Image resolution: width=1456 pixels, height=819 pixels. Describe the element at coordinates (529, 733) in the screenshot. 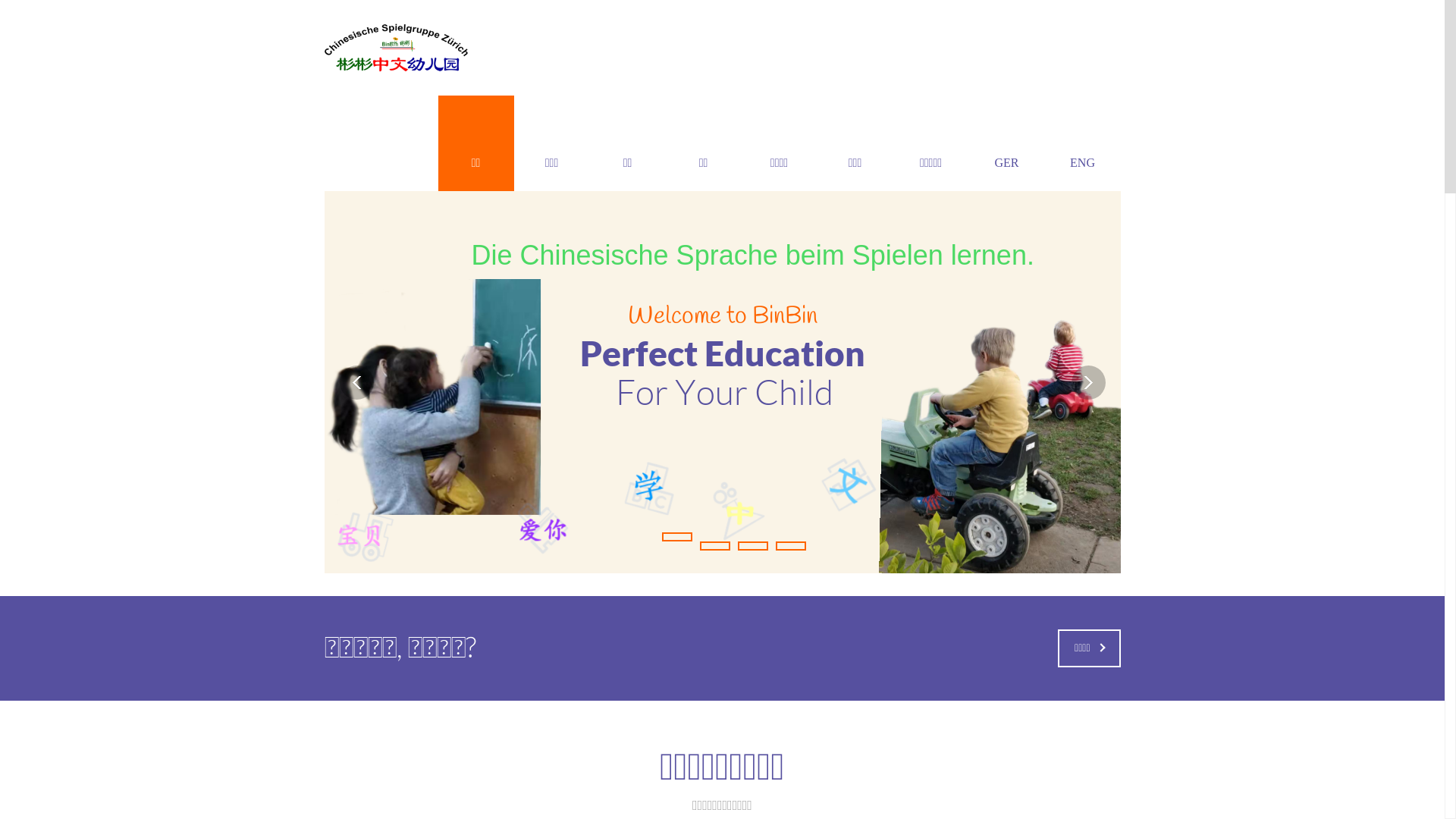

I see `'Impressum'` at that location.